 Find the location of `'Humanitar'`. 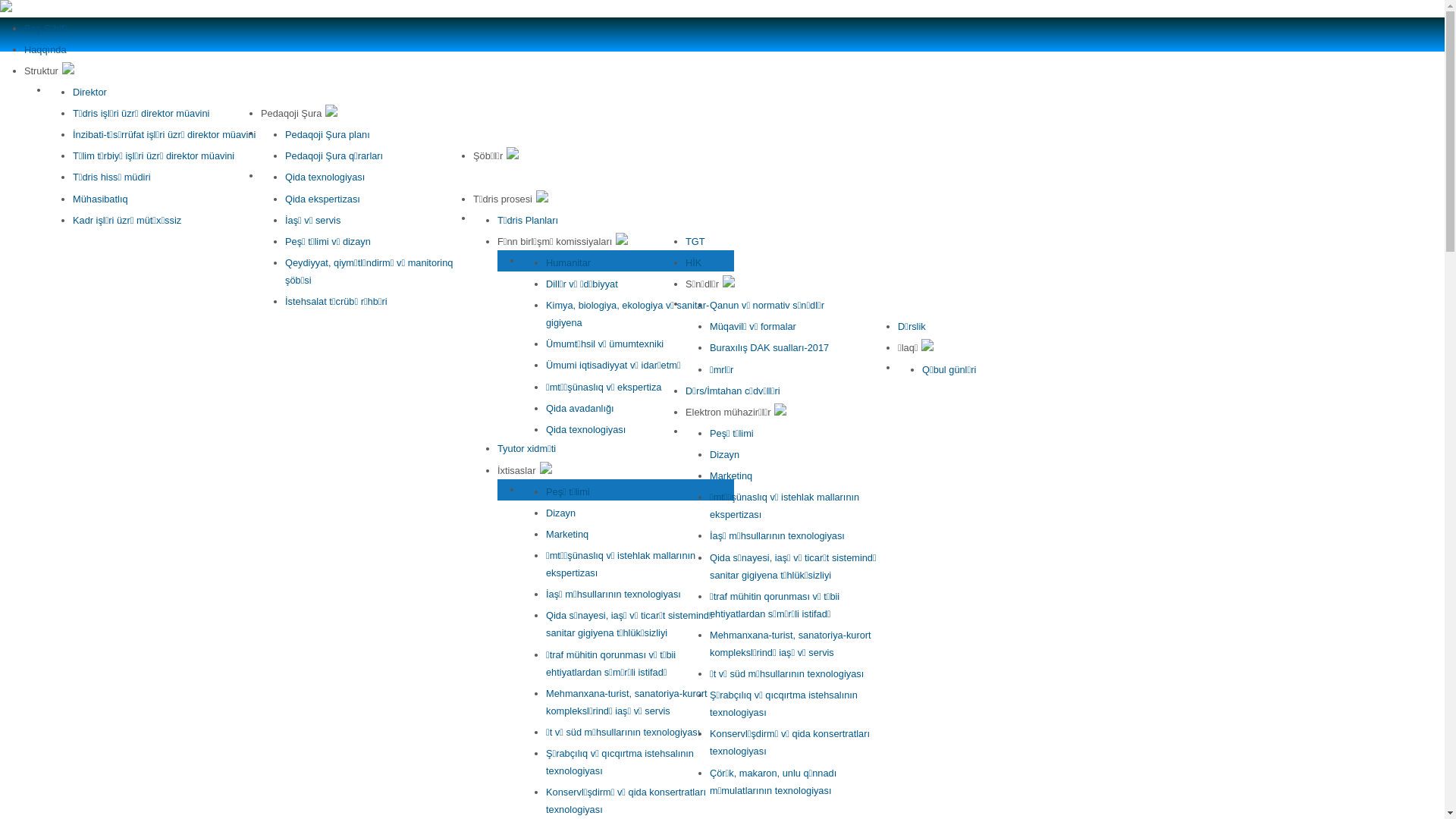

'Humanitar' is located at coordinates (567, 262).